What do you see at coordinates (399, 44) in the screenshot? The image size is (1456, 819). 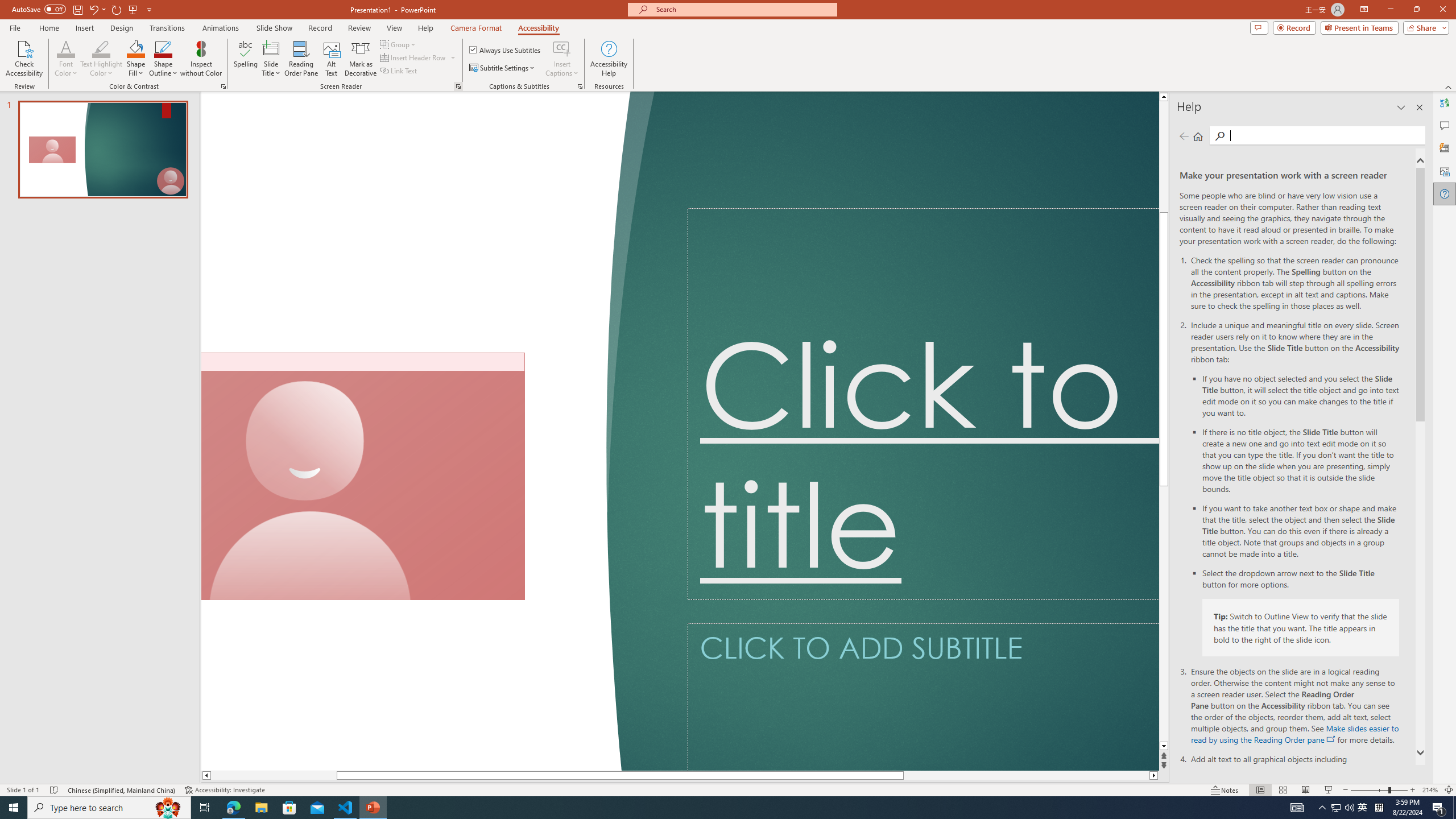 I see `'Group'` at bounding box center [399, 44].